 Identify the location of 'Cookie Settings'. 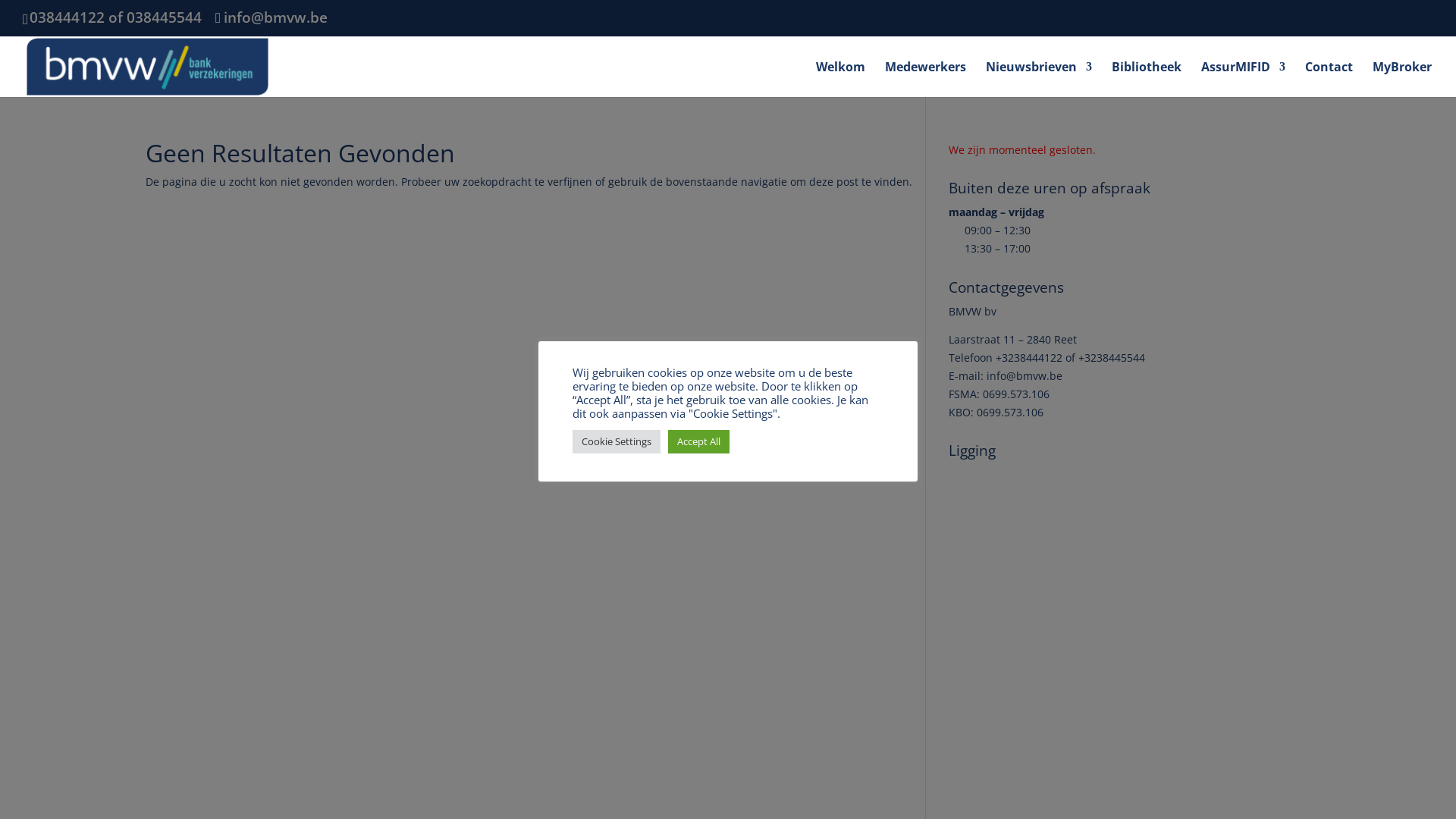
(616, 441).